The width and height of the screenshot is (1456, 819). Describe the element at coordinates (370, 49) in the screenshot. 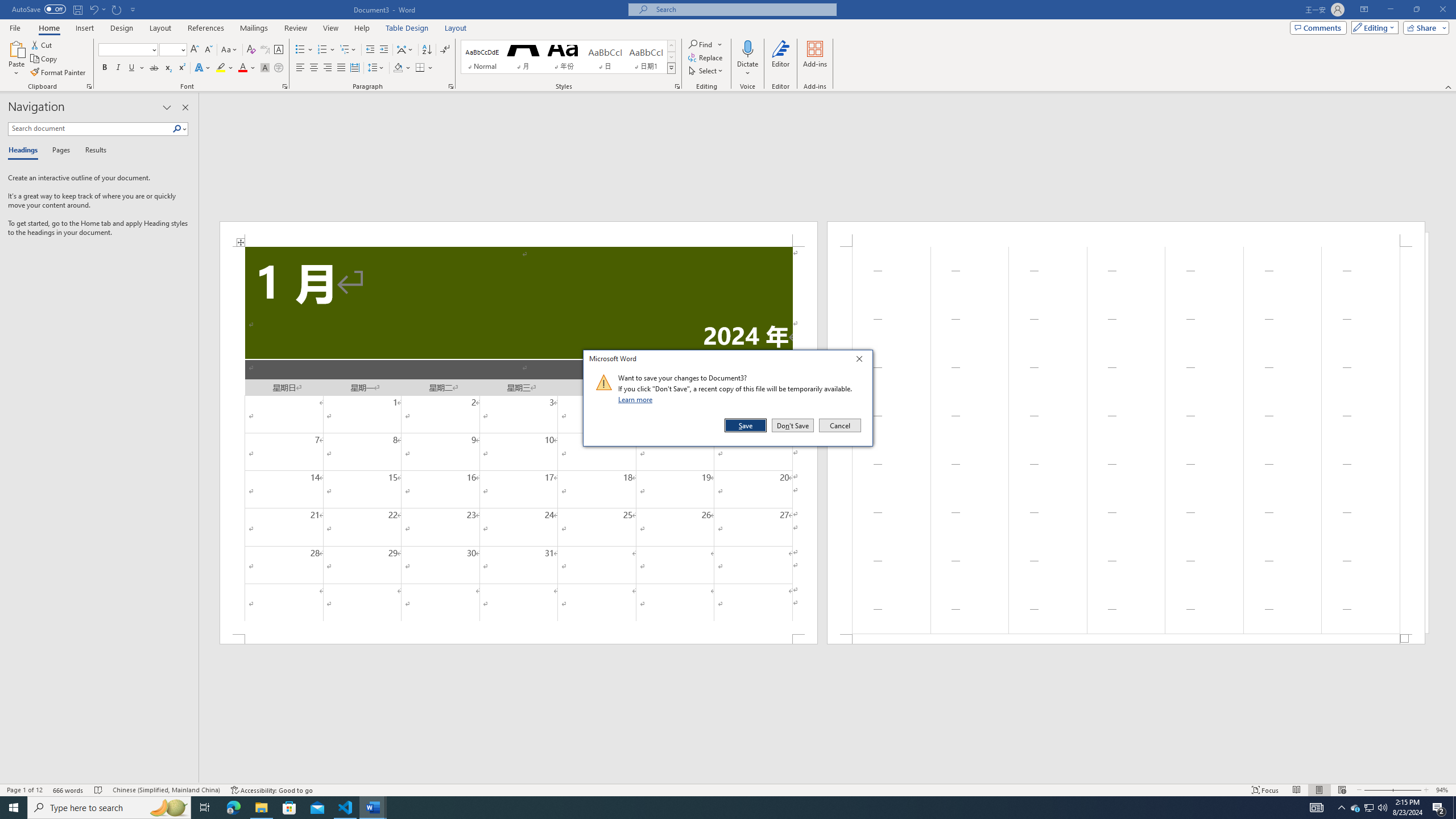

I see `'Decrease Indent'` at that location.